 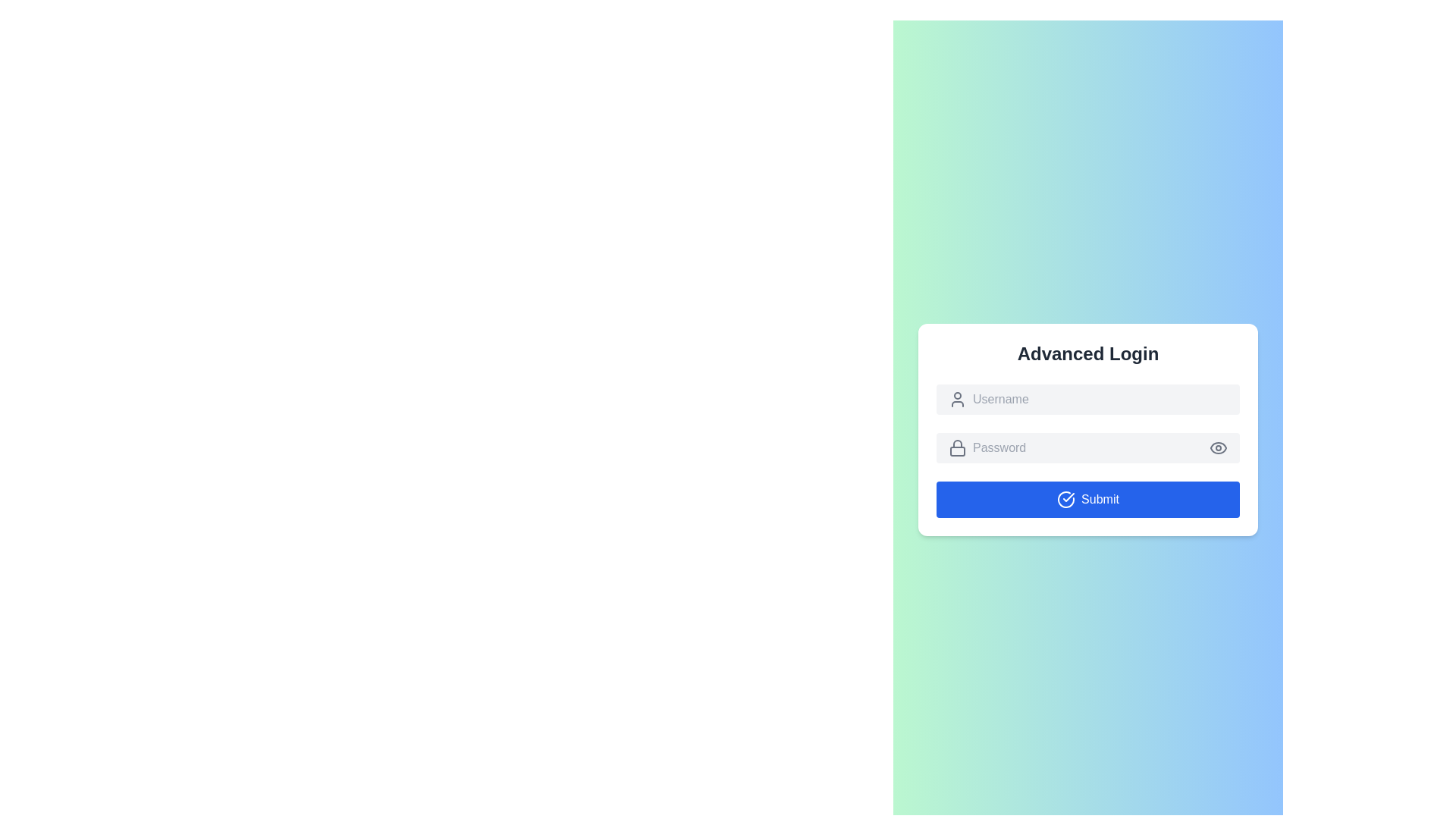 I want to click on the password input field located, so click(x=1087, y=447).